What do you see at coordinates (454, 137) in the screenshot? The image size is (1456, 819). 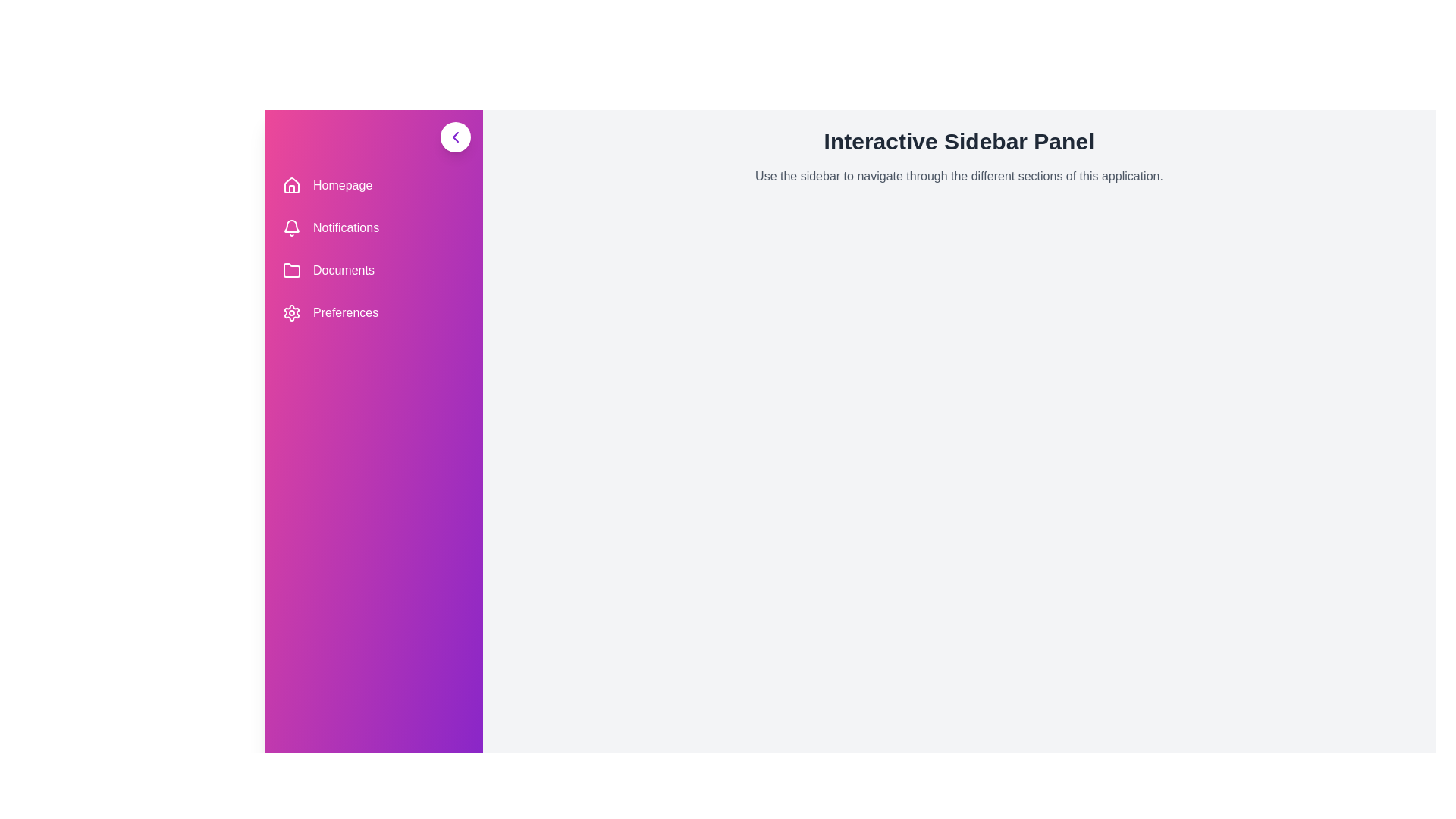 I see `the toggle button to change the visibility of the sidebar` at bounding box center [454, 137].